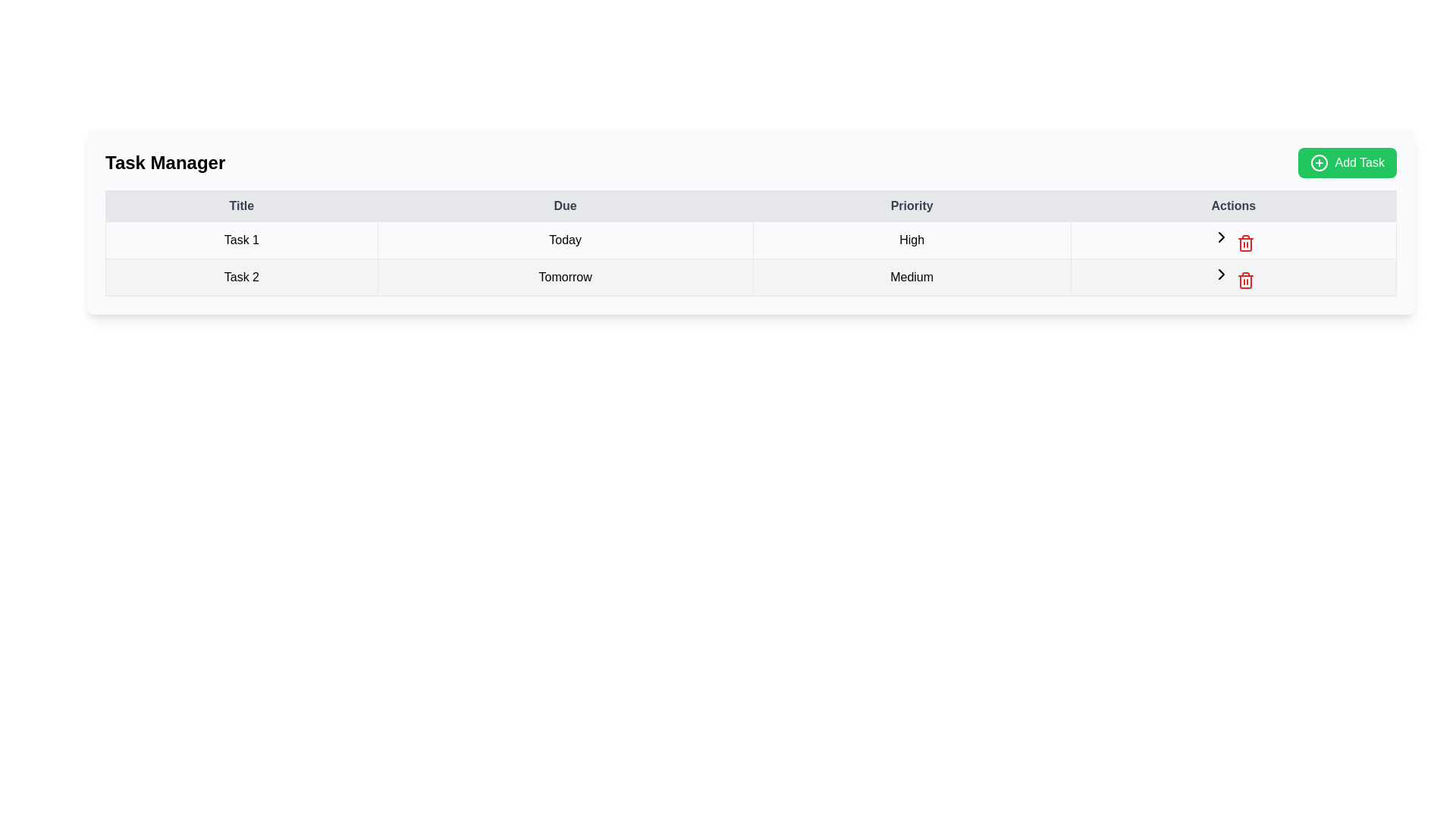  I want to click on the text label displaying 'Task 2' in the second row of the table under the 'Title' column, so click(240, 277).